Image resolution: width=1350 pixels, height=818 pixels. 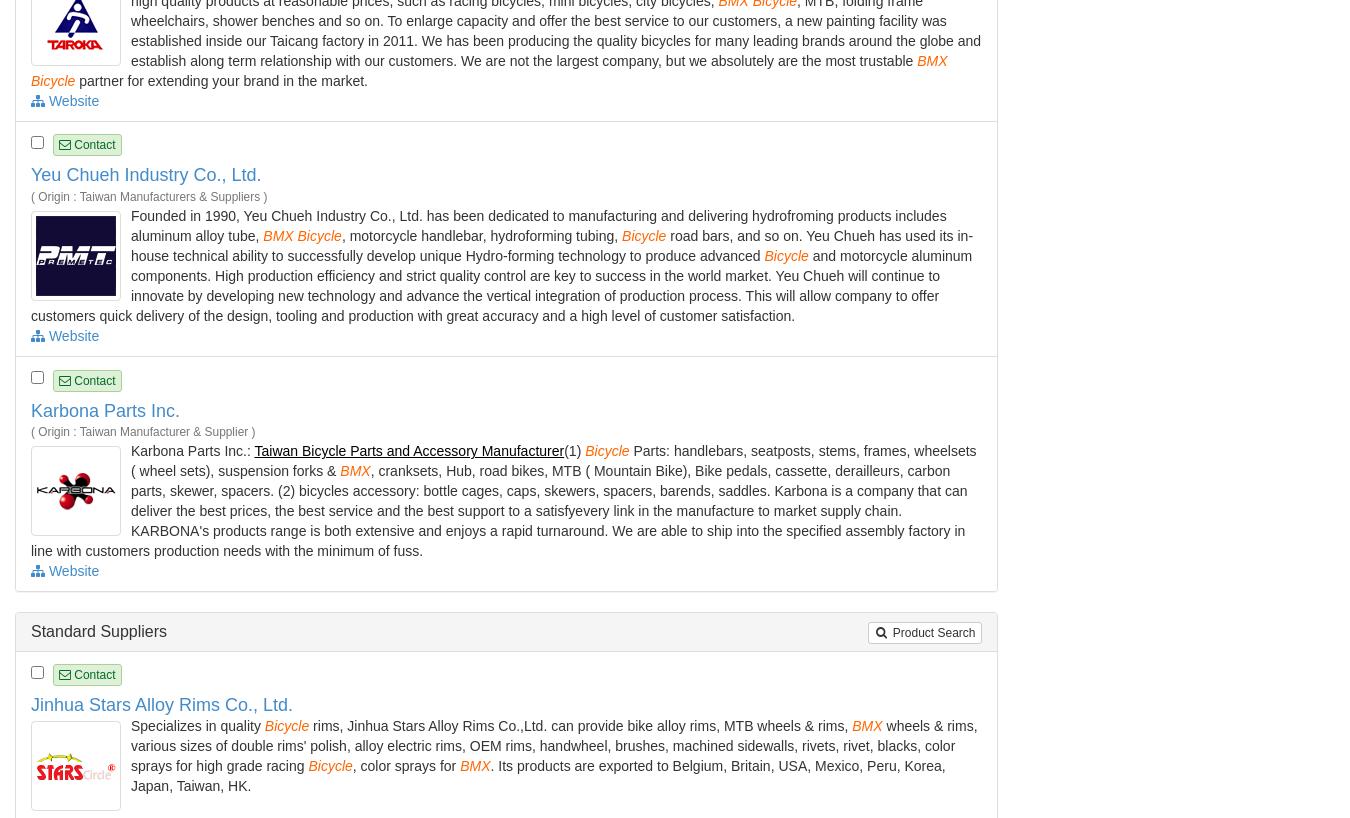 What do you see at coordinates (480, 235) in the screenshot?
I see `', motorcycle handlebar, hydroforming tubing,'` at bounding box center [480, 235].